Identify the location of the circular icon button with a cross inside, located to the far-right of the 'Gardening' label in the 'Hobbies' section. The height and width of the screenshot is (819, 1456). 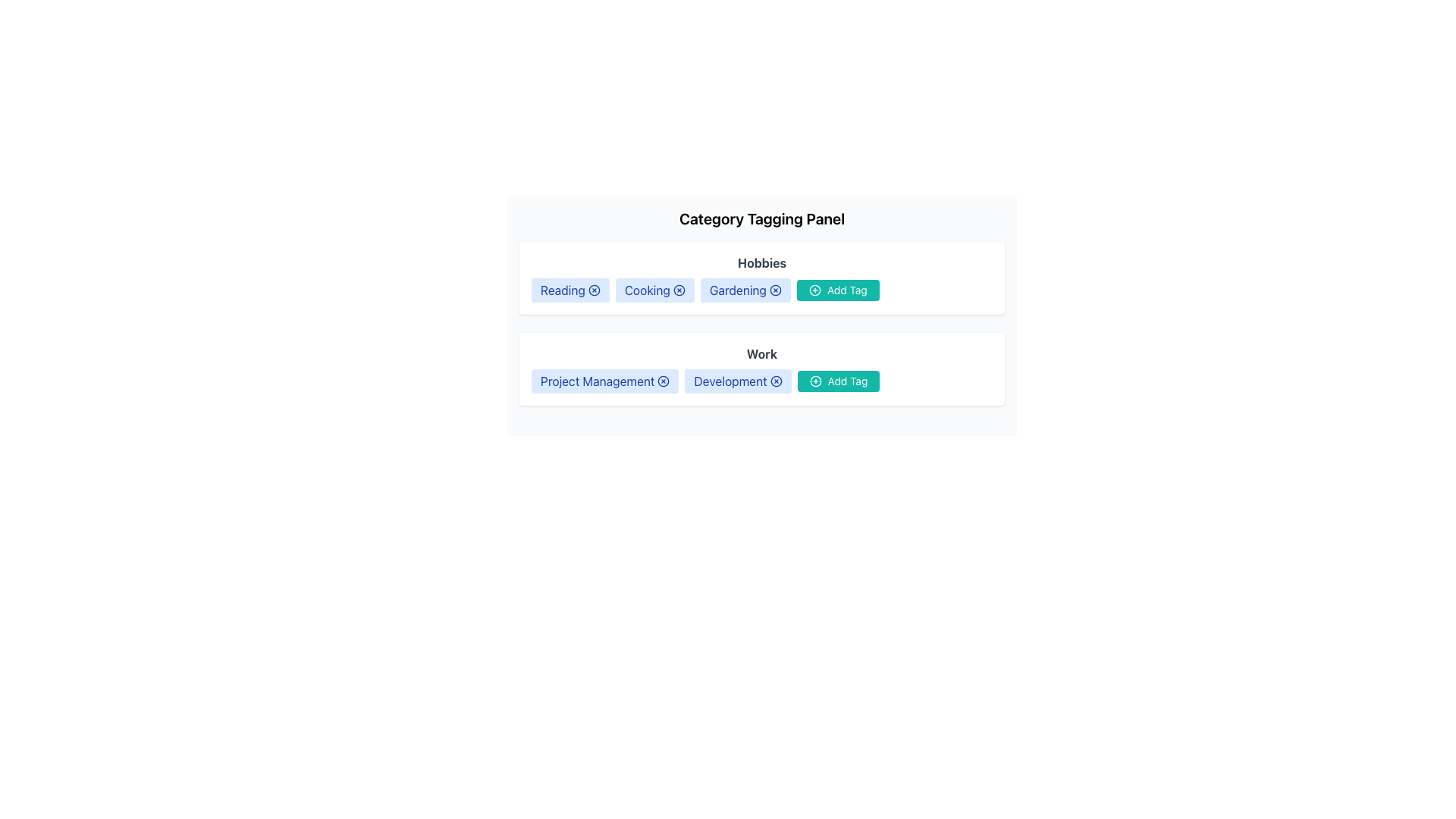
(775, 290).